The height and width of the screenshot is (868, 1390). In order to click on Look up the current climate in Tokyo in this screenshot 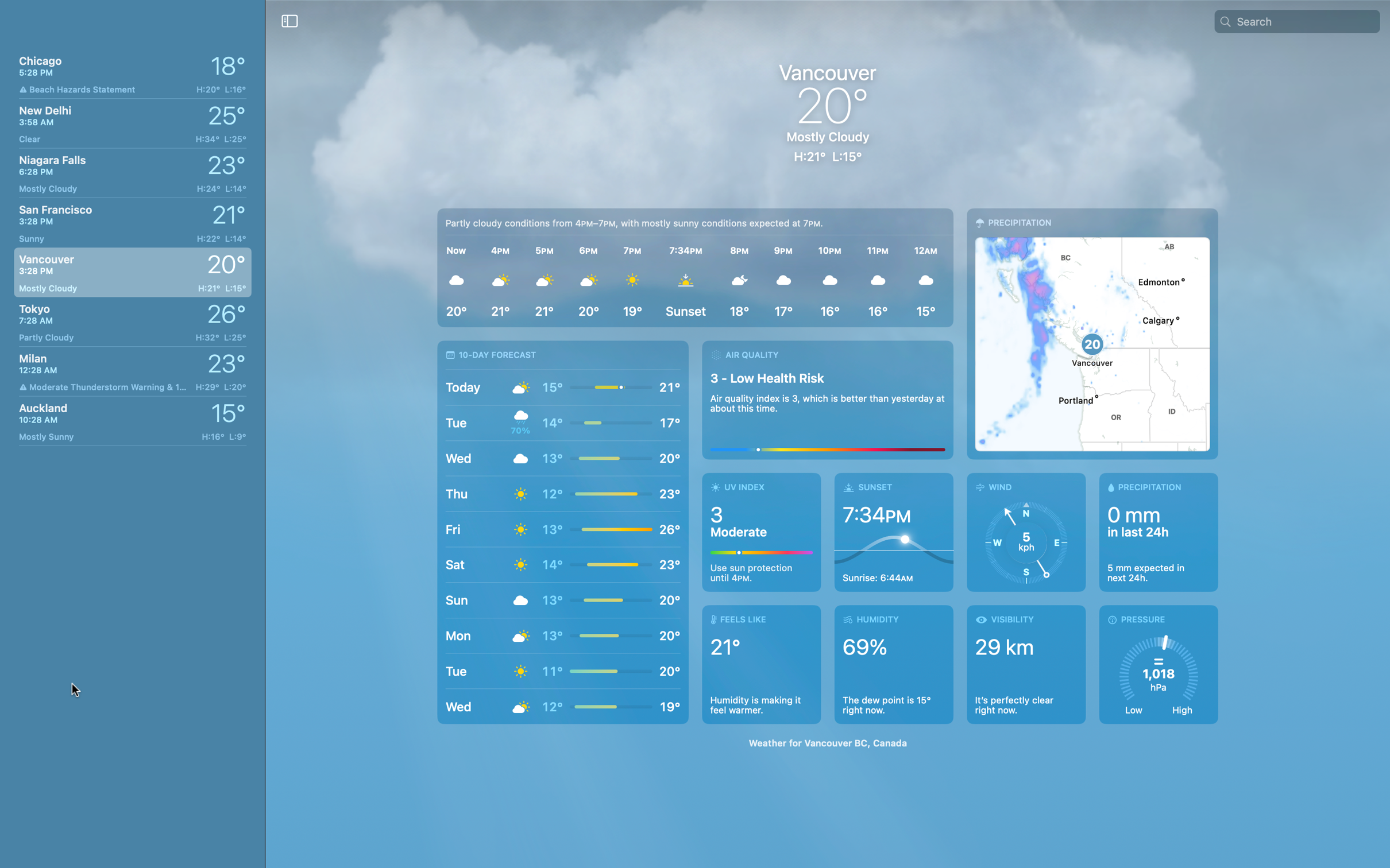, I will do `click(129, 321)`.